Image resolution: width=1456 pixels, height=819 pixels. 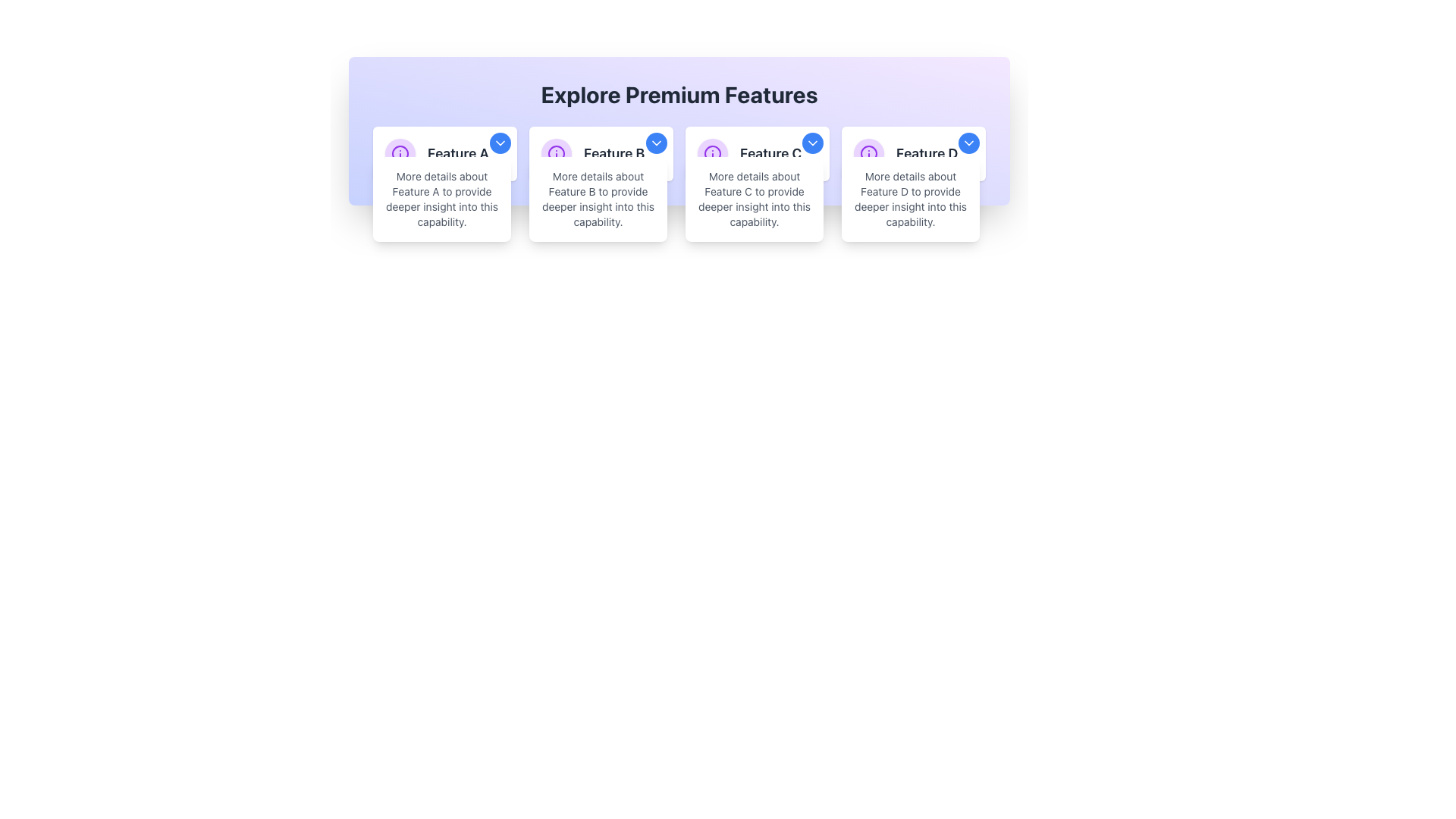 What do you see at coordinates (556, 154) in the screenshot?
I see `the second circular icon from the left that represents information or help related to 'Feature B' to interact with it or reveal related information` at bounding box center [556, 154].